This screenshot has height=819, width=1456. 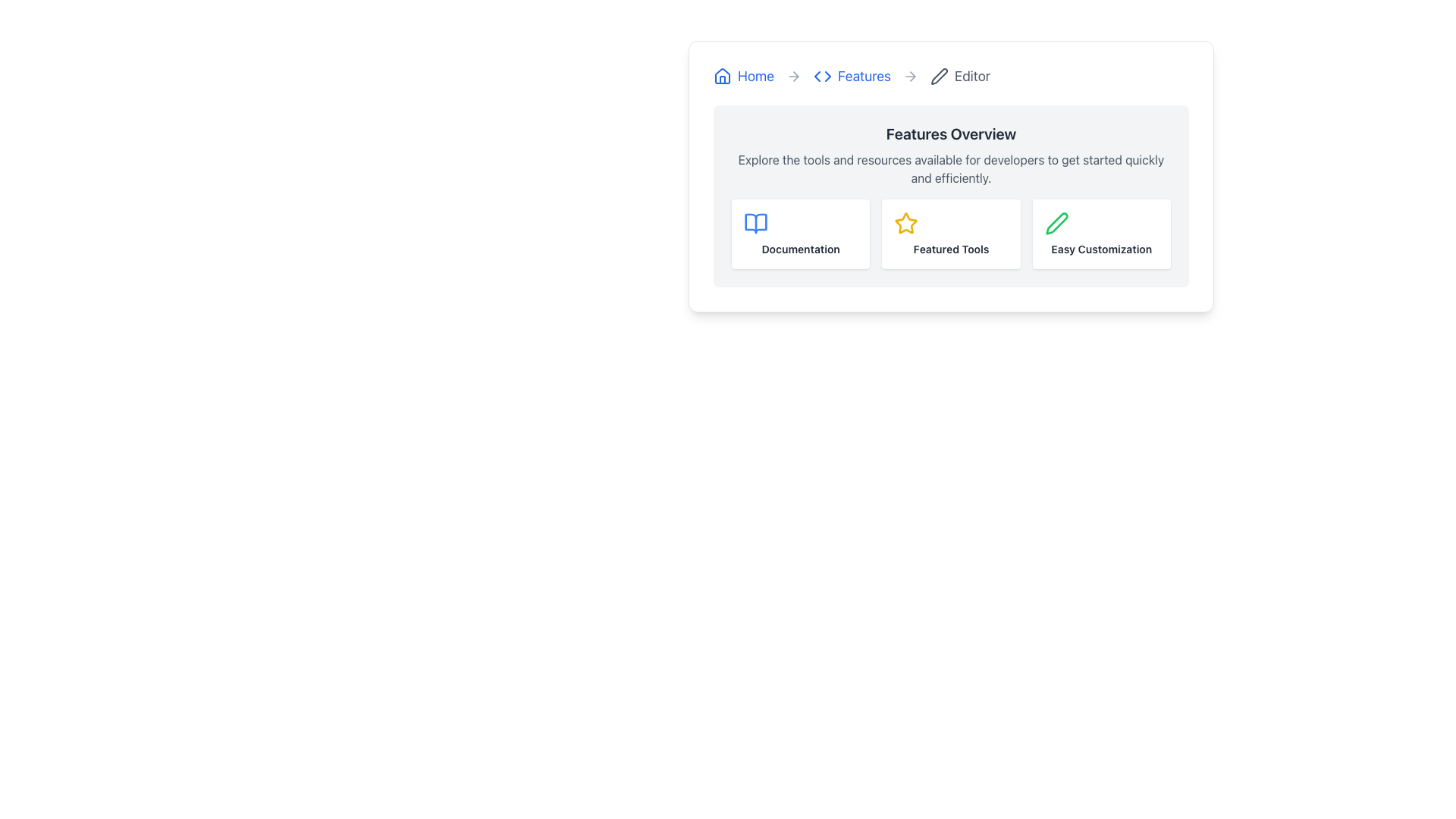 What do you see at coordinates (1056, 223) in the screenshot?
I see `the decorative icon within the 'Easy Customization' card in the 'Features Overview' section, indicating customization features` at bounding box center [1056, 223].